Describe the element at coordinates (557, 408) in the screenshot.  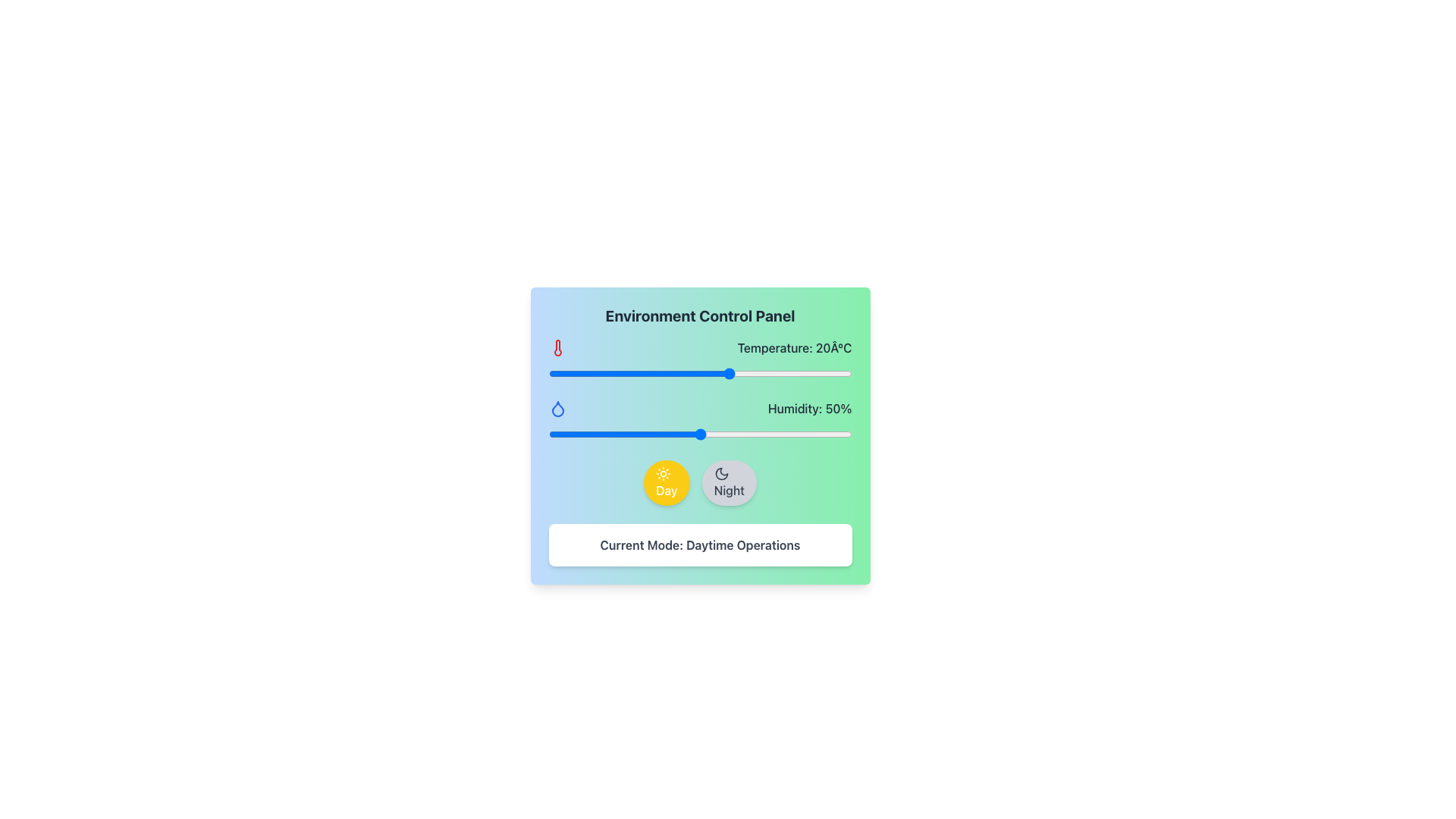
I see `the humidity icon located in the 'Environment Control Panel', adjacent to the text 'Humidity: 50%'` at that location.